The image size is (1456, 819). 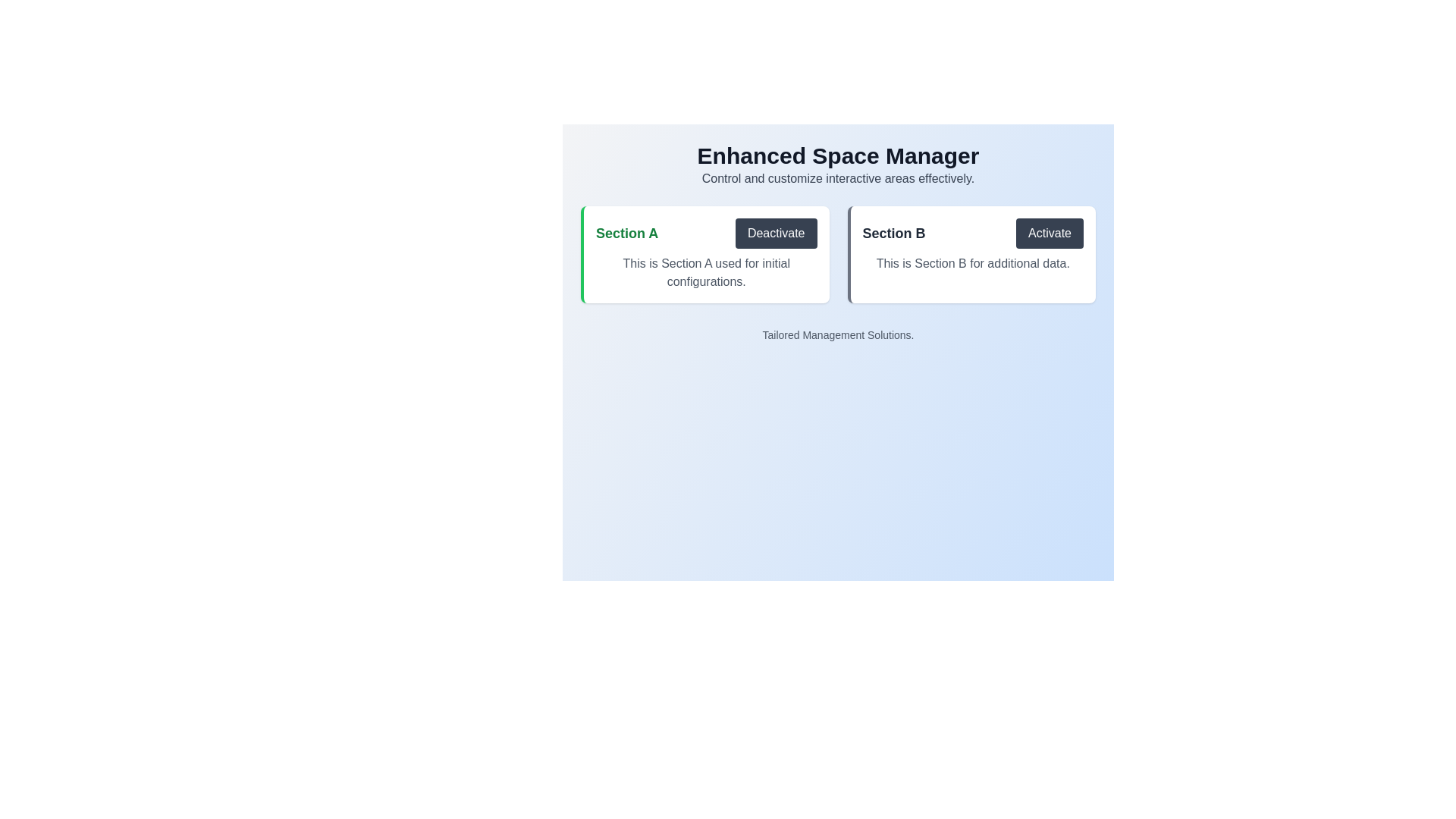 What do you see at coordinates (704, 253) in the screenshot?
I see `heading 'Section A' and the description 'This is Section A used for initial configurations.' from the leftmost card element in the grid layout` at bounding box center [704, 253].